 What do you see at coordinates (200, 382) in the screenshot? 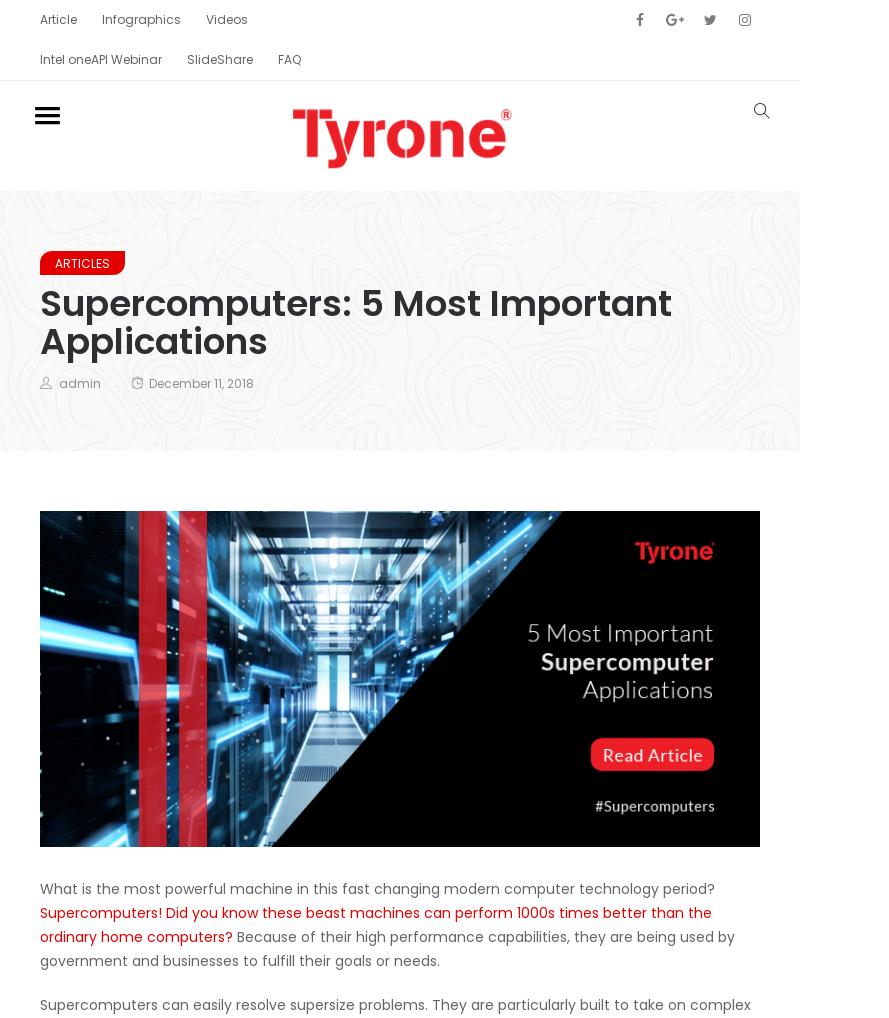
I see `'December 11, 2018'` at bounding box center [200, 382].